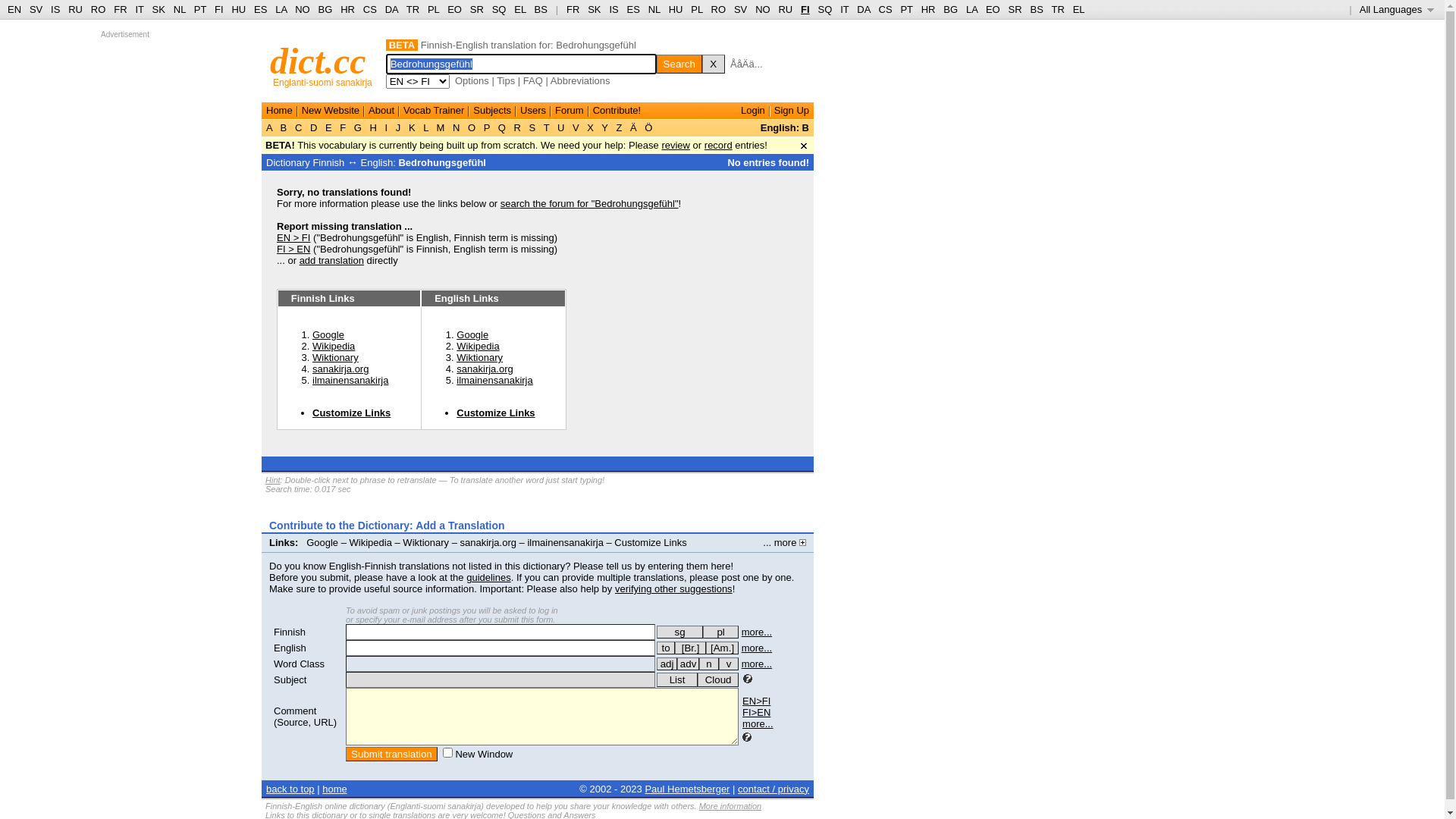 The height and width of the screenshot is (819, 1456). I want to click on 'guidelines', so click(488, 577).